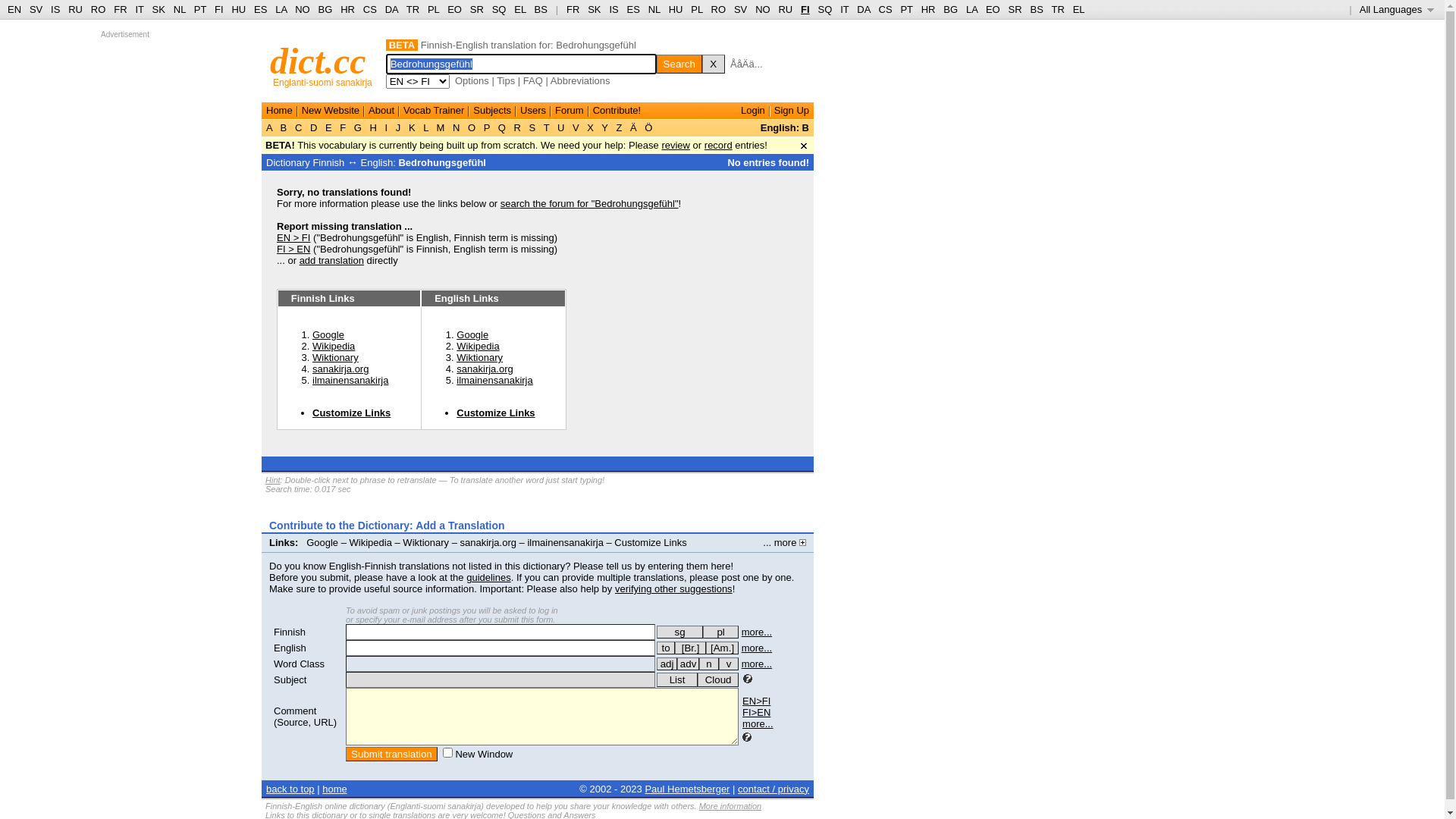 The height and width of the screenshot is (819, 1456). I want to click on 'guidelines', so click(488, 577).